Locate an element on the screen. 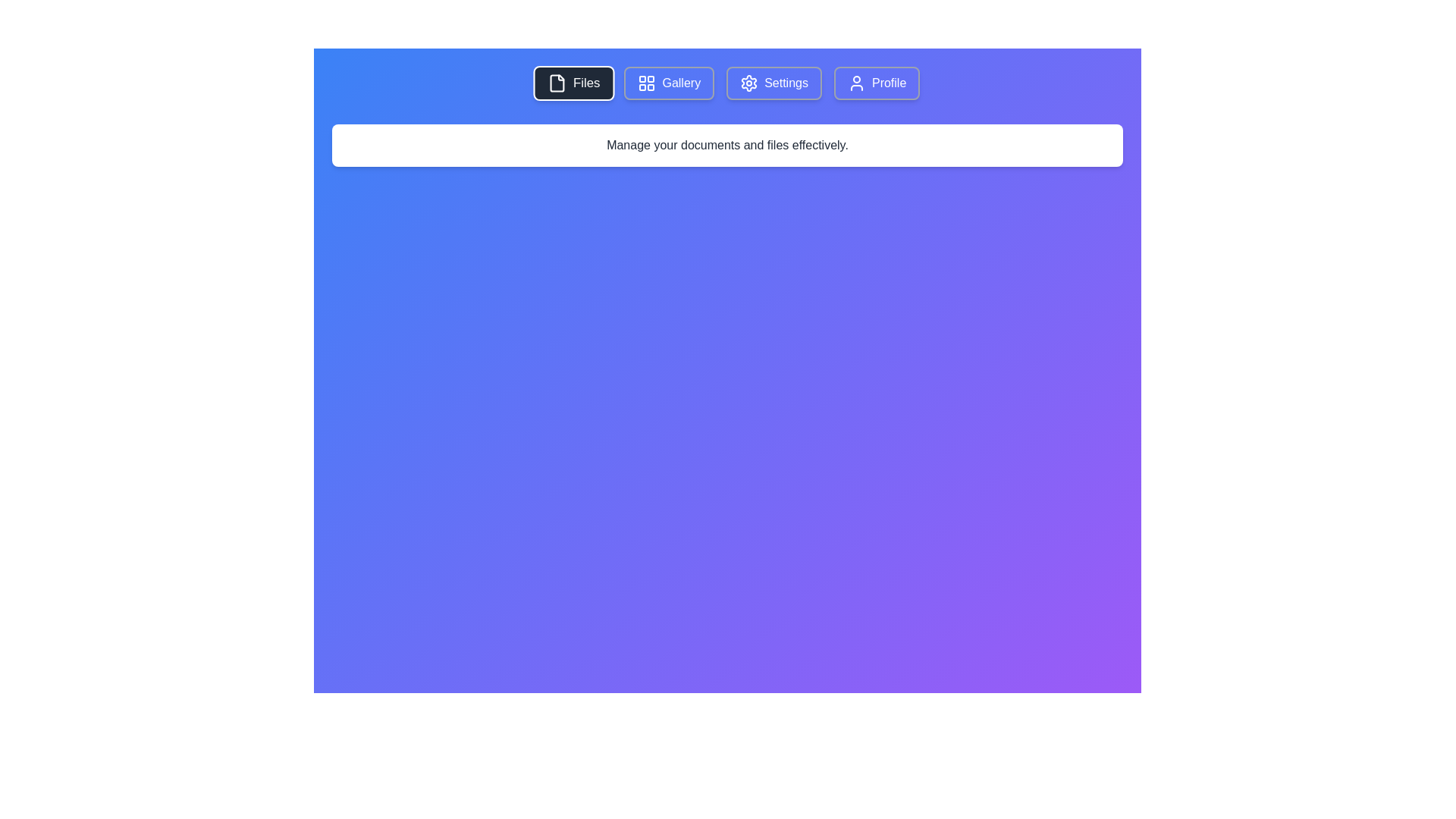 This screenshot has height=819, width=1456. the 'Settings' button with a gear icon located in the navigation bar is located at coordinates (774, 83).